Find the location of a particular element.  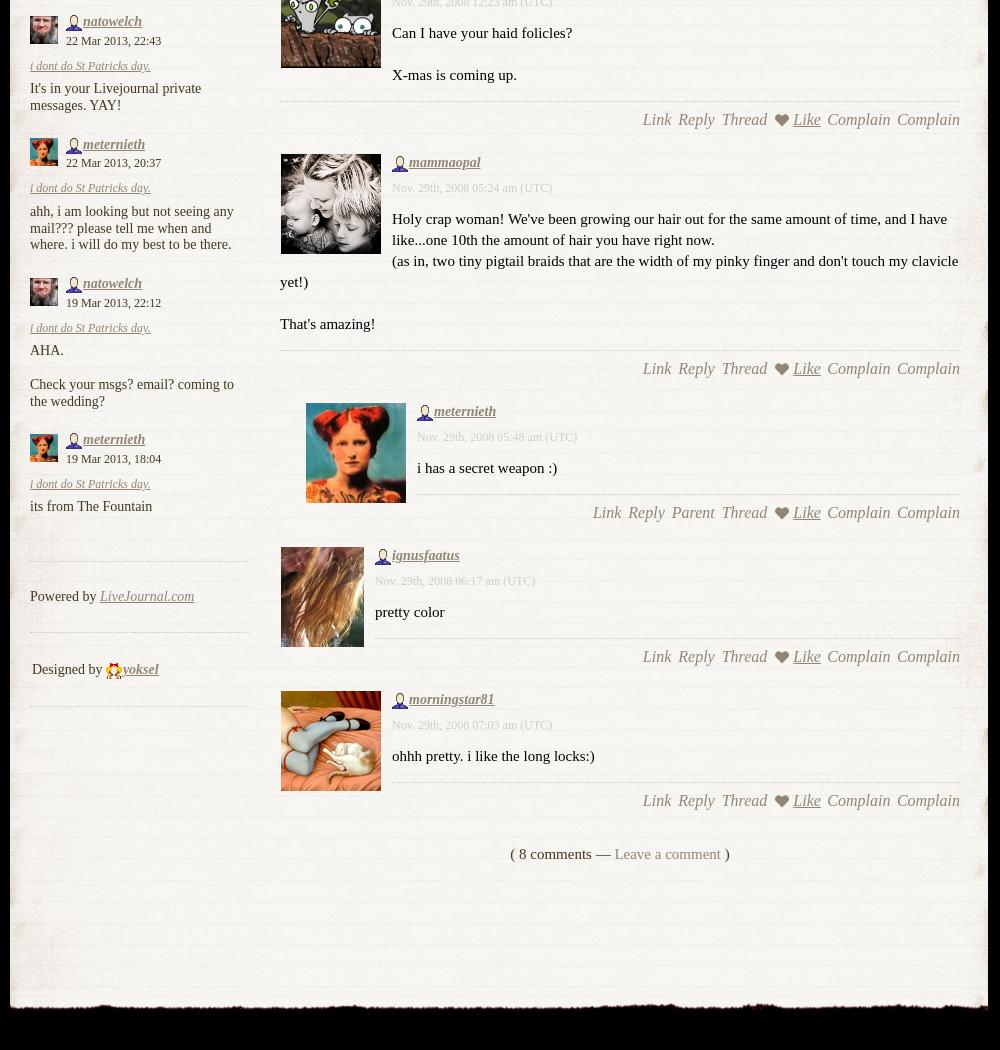

'morningstar81' is located at coordinates (450, 699).